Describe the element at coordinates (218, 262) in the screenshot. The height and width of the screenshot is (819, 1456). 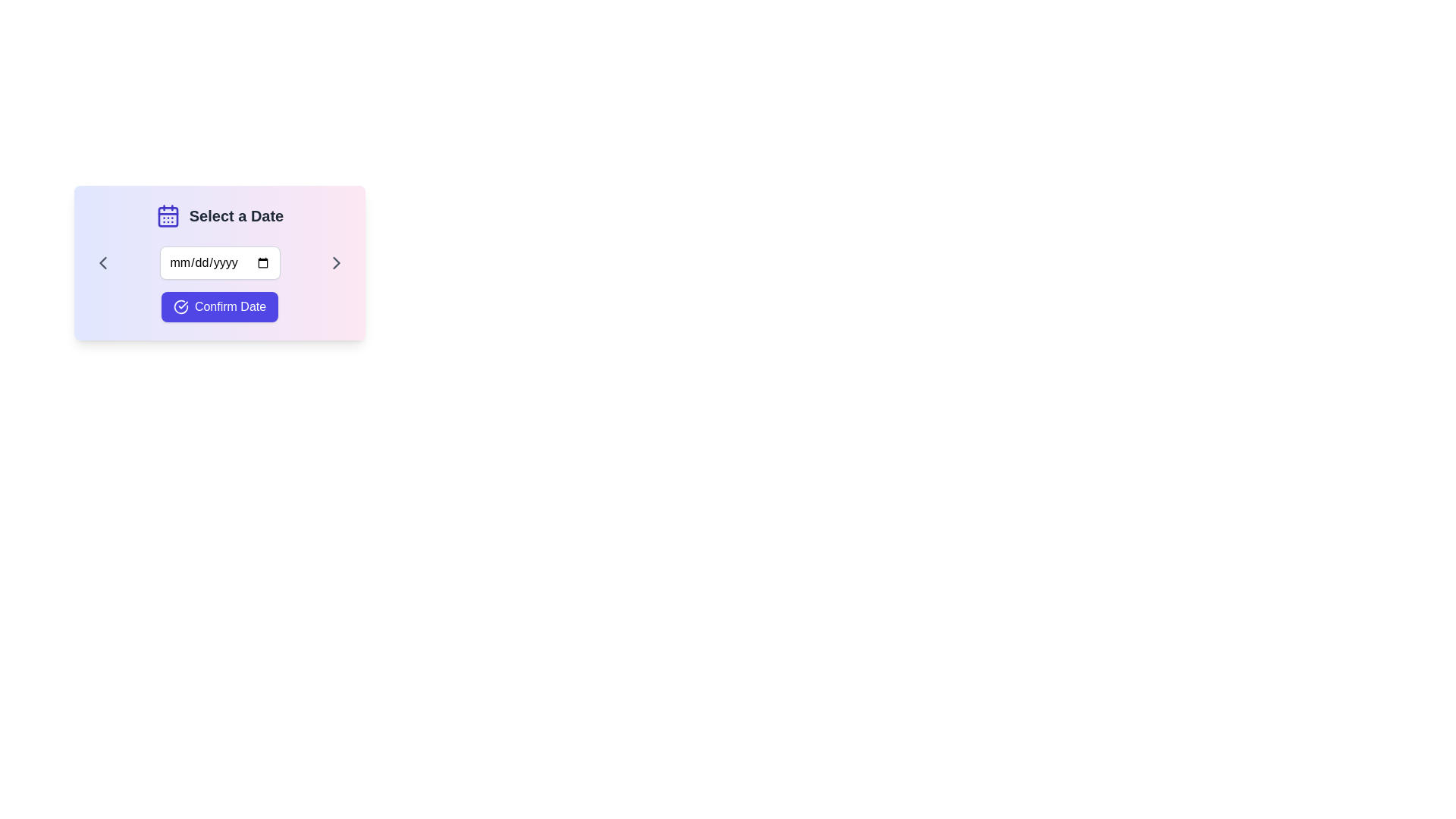
I see `the Date Input Field with placeholder text 'mm/dd/yyyy' to focus on the input` at that location.